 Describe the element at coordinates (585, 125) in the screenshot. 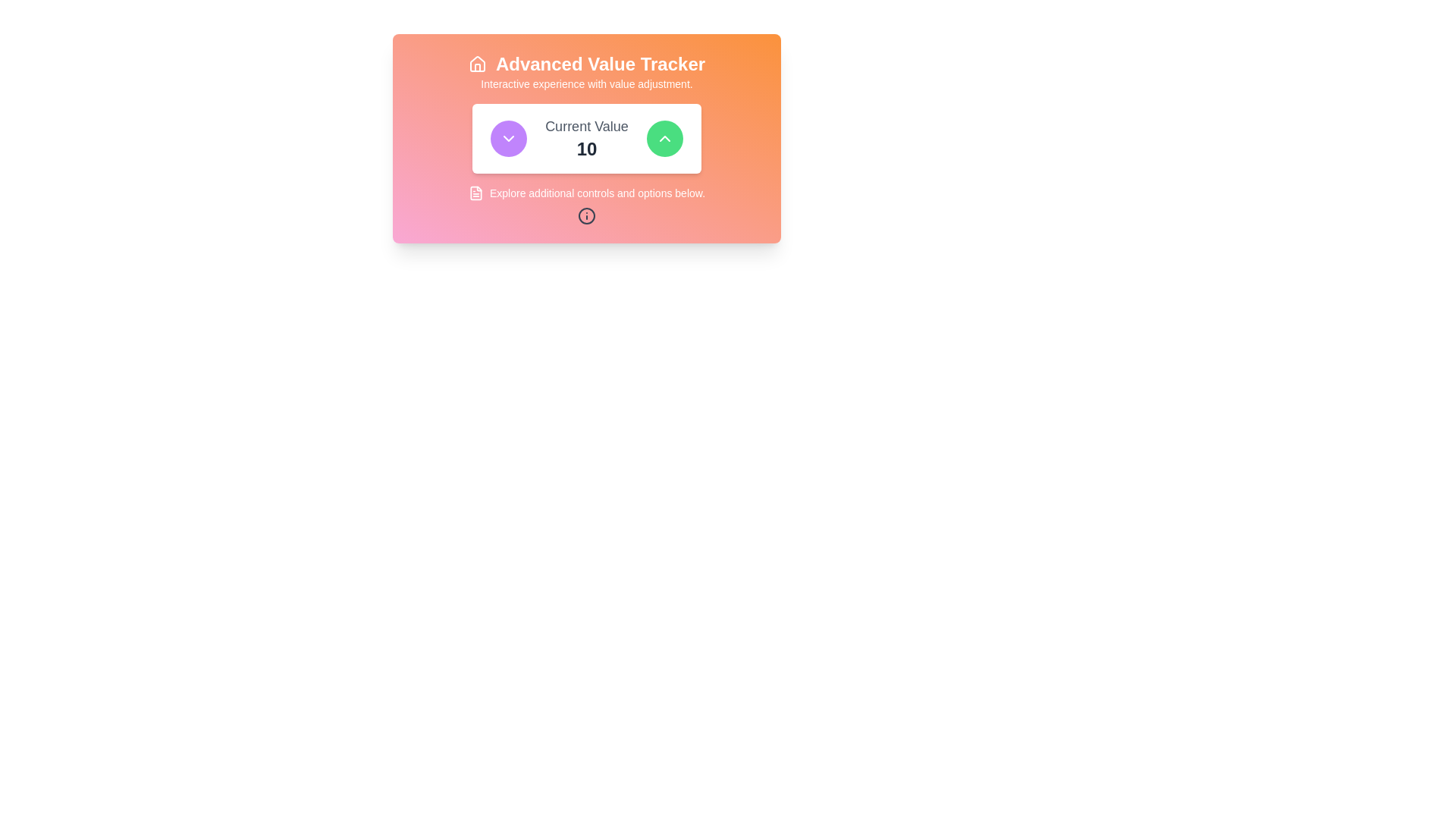

I see `the static text label that provides context for the number displayed below, which is positioned above the text '10' and between two buttons with arrows` at that location.